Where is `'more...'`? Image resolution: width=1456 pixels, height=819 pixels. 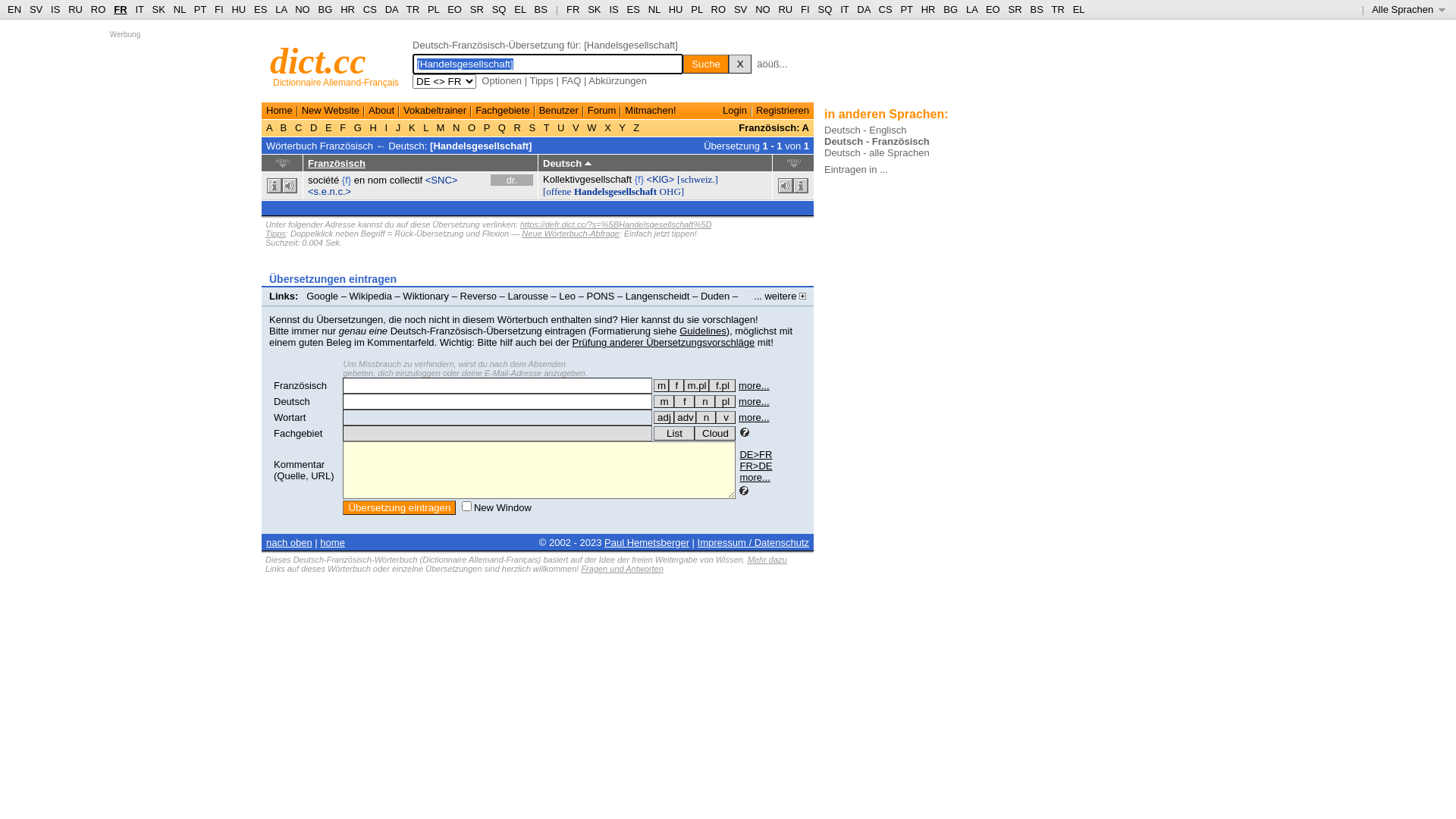
'more...' is located at coordinates (753, 400).